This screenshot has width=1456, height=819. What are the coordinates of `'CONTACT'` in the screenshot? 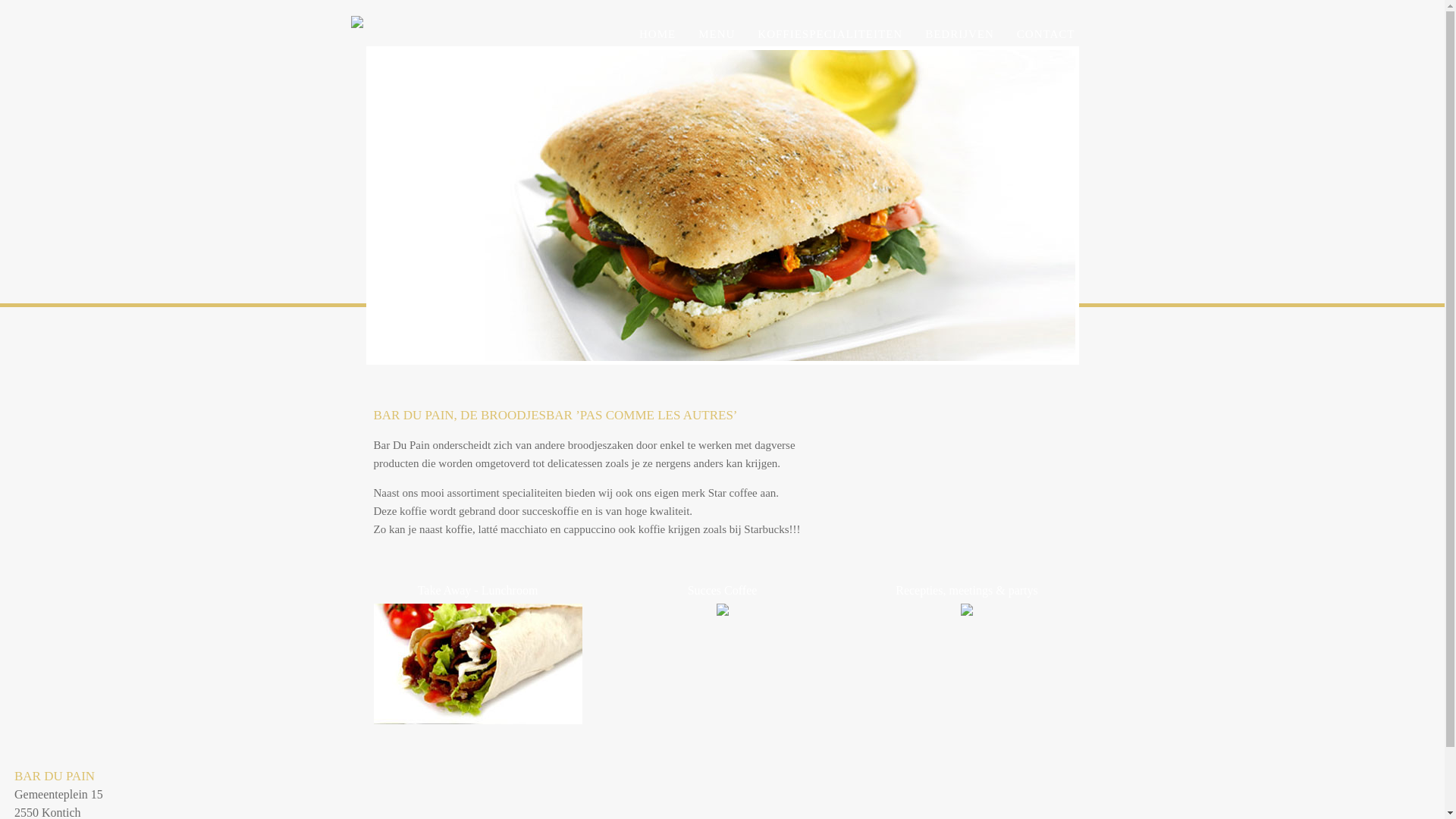 It's located at (1045, 34).